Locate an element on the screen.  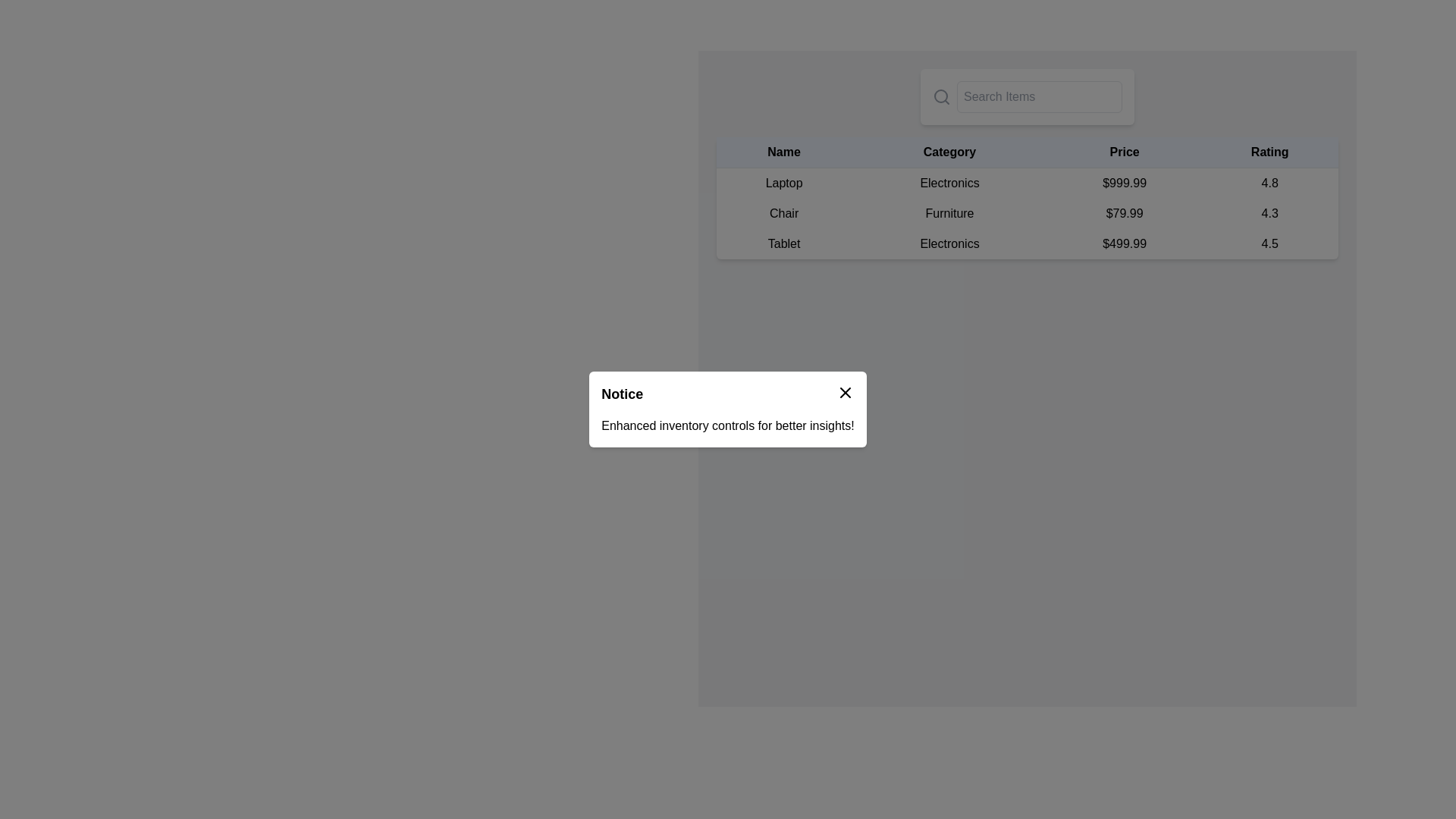
the text label displaying 'Price', which is a bold header in the table aligned with 'Name', 'Category', and 'Rating' is located at coordinates (1125, 152).